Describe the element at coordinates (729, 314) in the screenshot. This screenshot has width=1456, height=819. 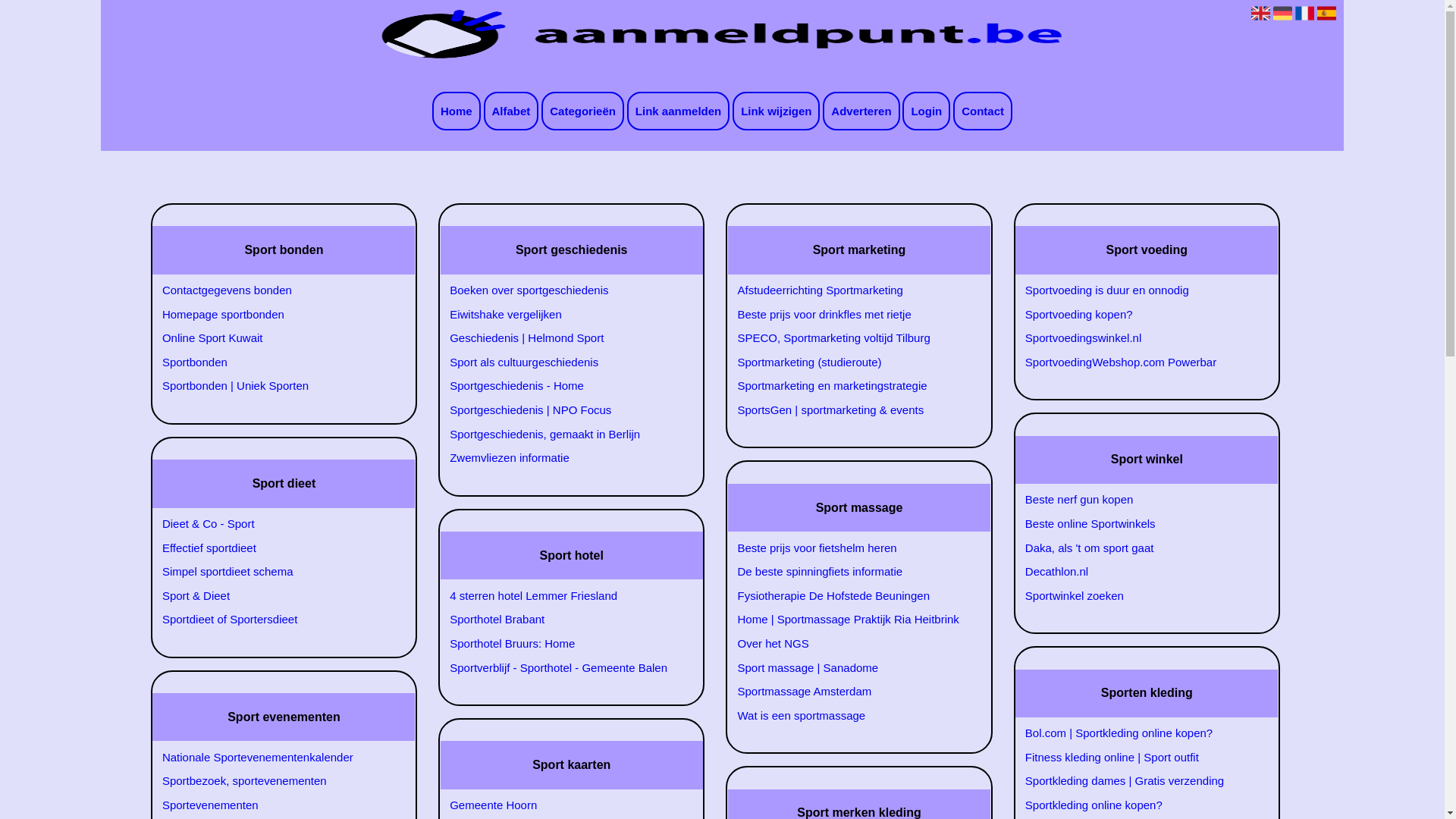
I see `'Beste prijs voor drinkfles met rietje'` at that location.